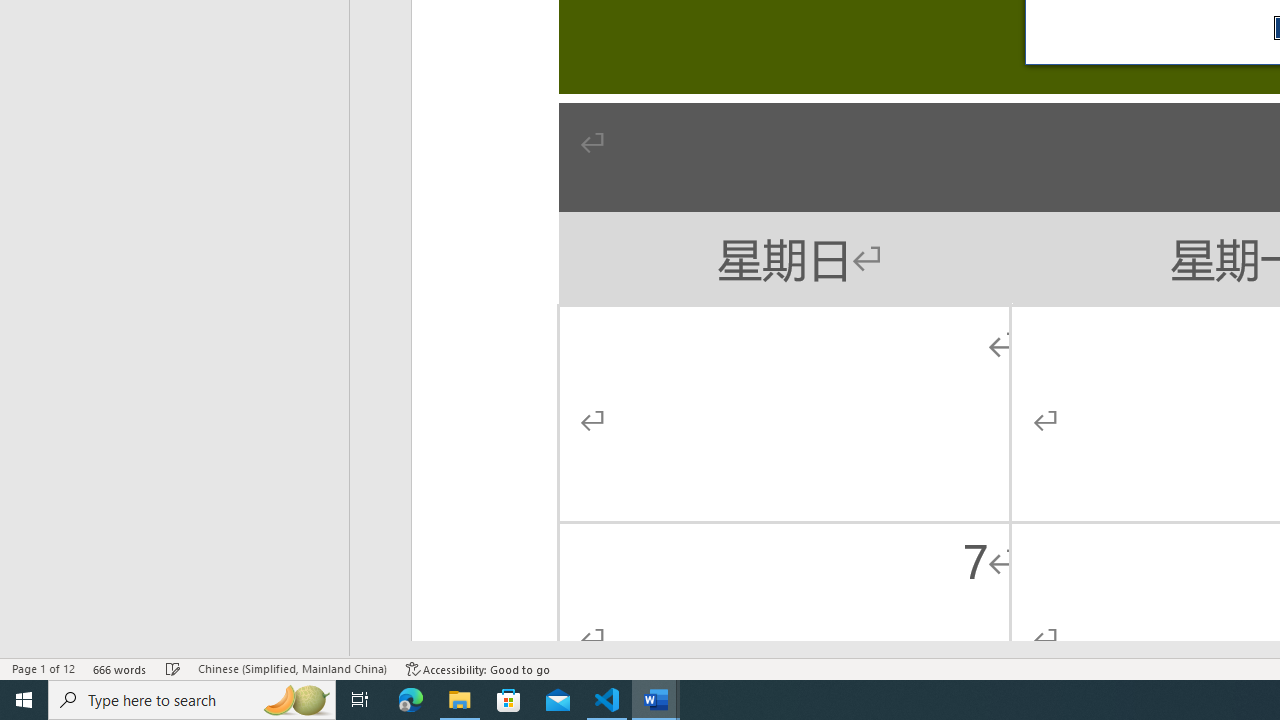 The width and height of the screenshot is (1280, 720). Describe the element at coordinates (509, 698) in the screenshot. I see `'Microsoft Store'` at that location.